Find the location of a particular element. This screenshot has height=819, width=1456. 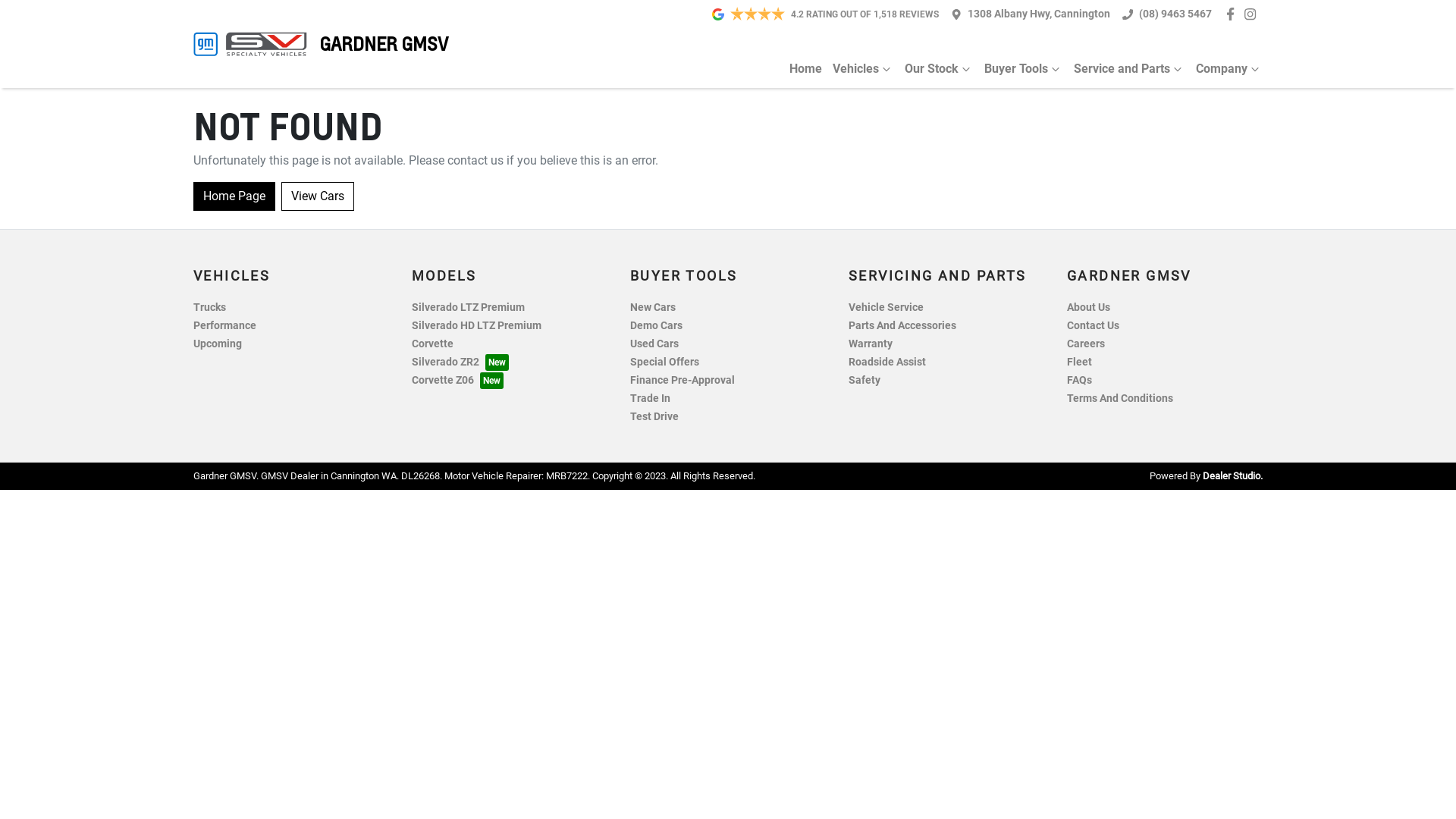

'Contact Us' is located at coordinates (1093, 325).